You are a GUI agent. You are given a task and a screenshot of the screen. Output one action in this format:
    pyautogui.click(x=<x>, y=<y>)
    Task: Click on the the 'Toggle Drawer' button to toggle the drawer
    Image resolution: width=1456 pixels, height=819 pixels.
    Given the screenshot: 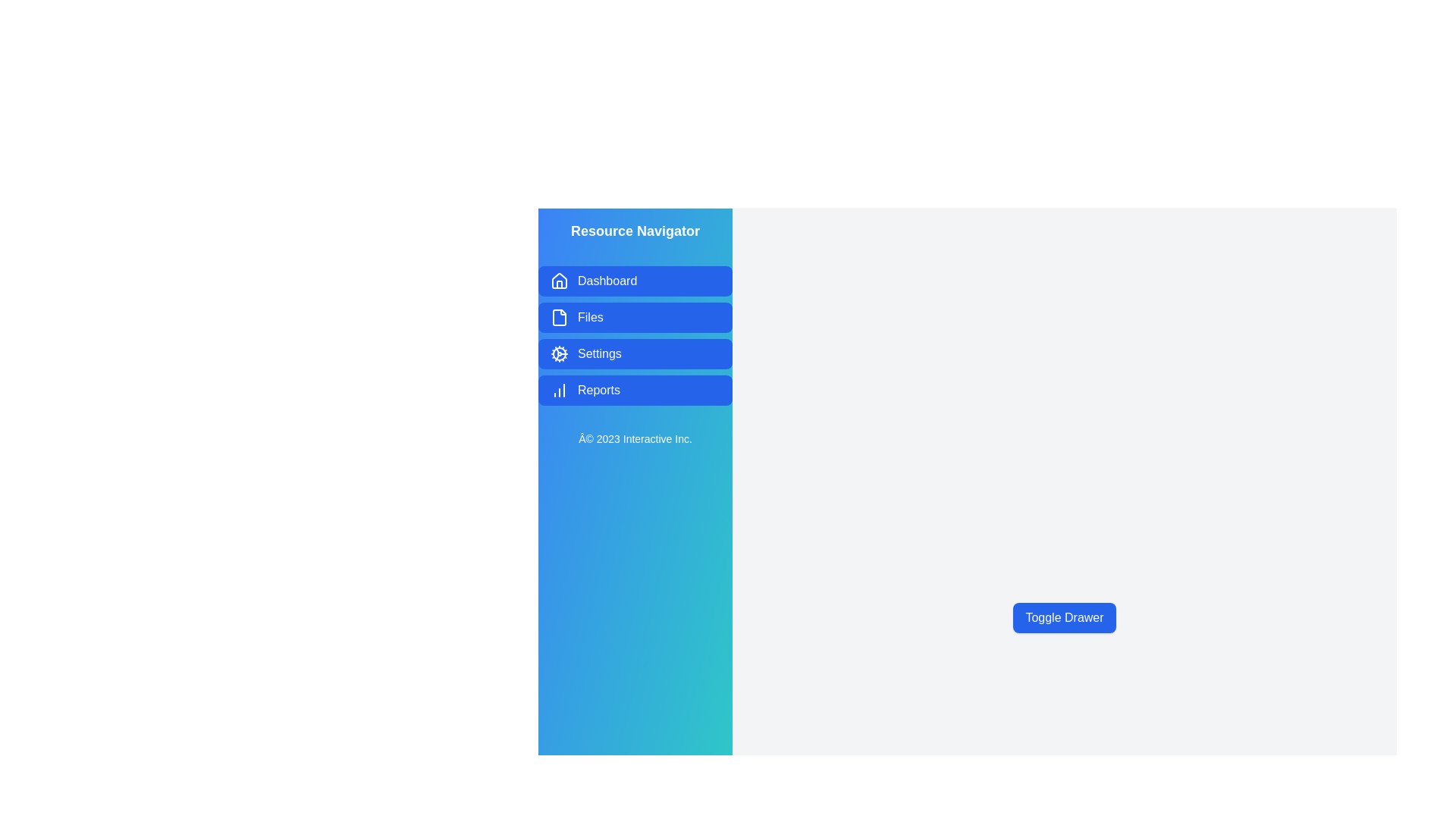 What is the action you would take?
    pyautogui.click(x=1063, y=617)
    